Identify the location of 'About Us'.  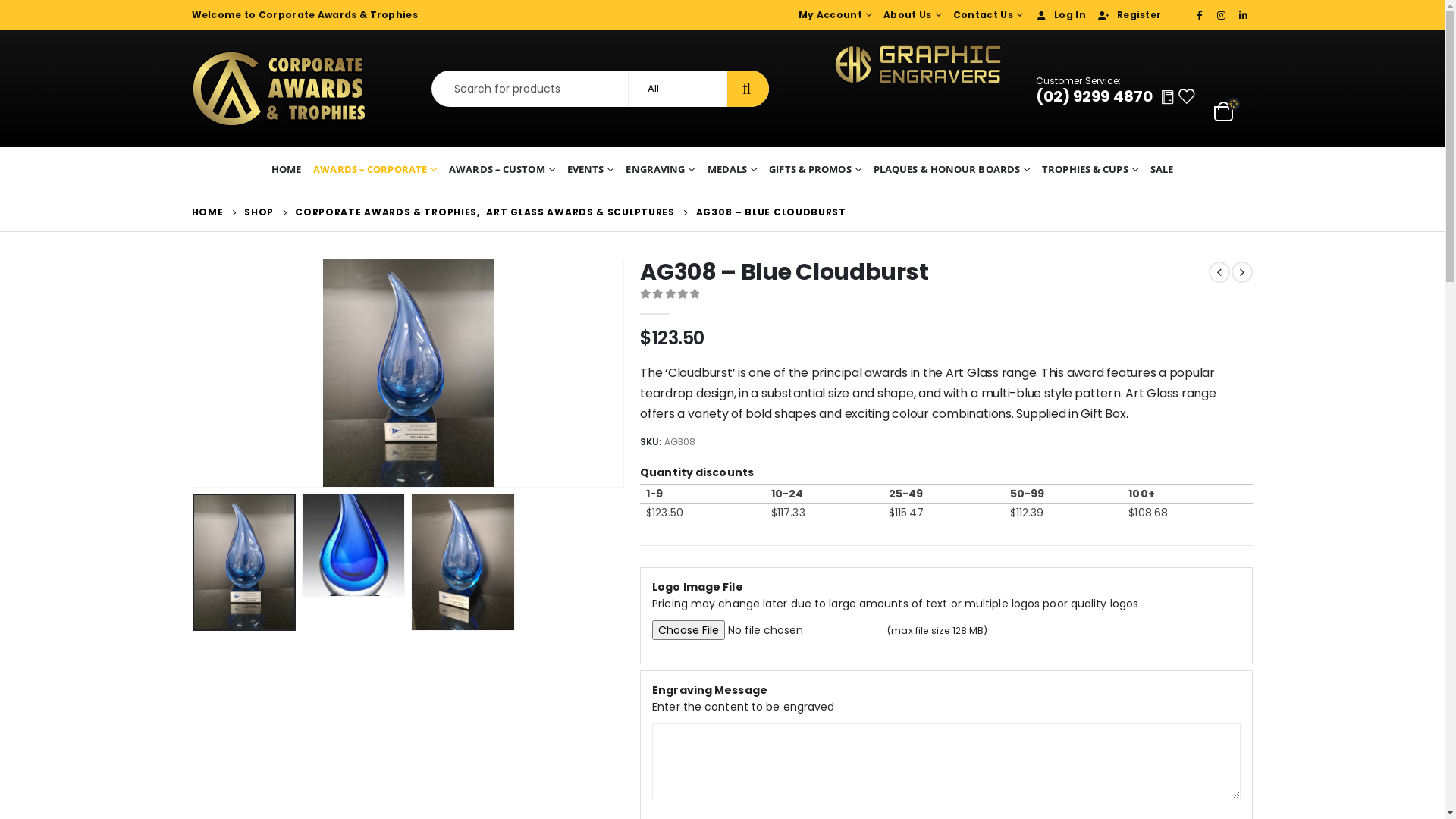
(910, 14).